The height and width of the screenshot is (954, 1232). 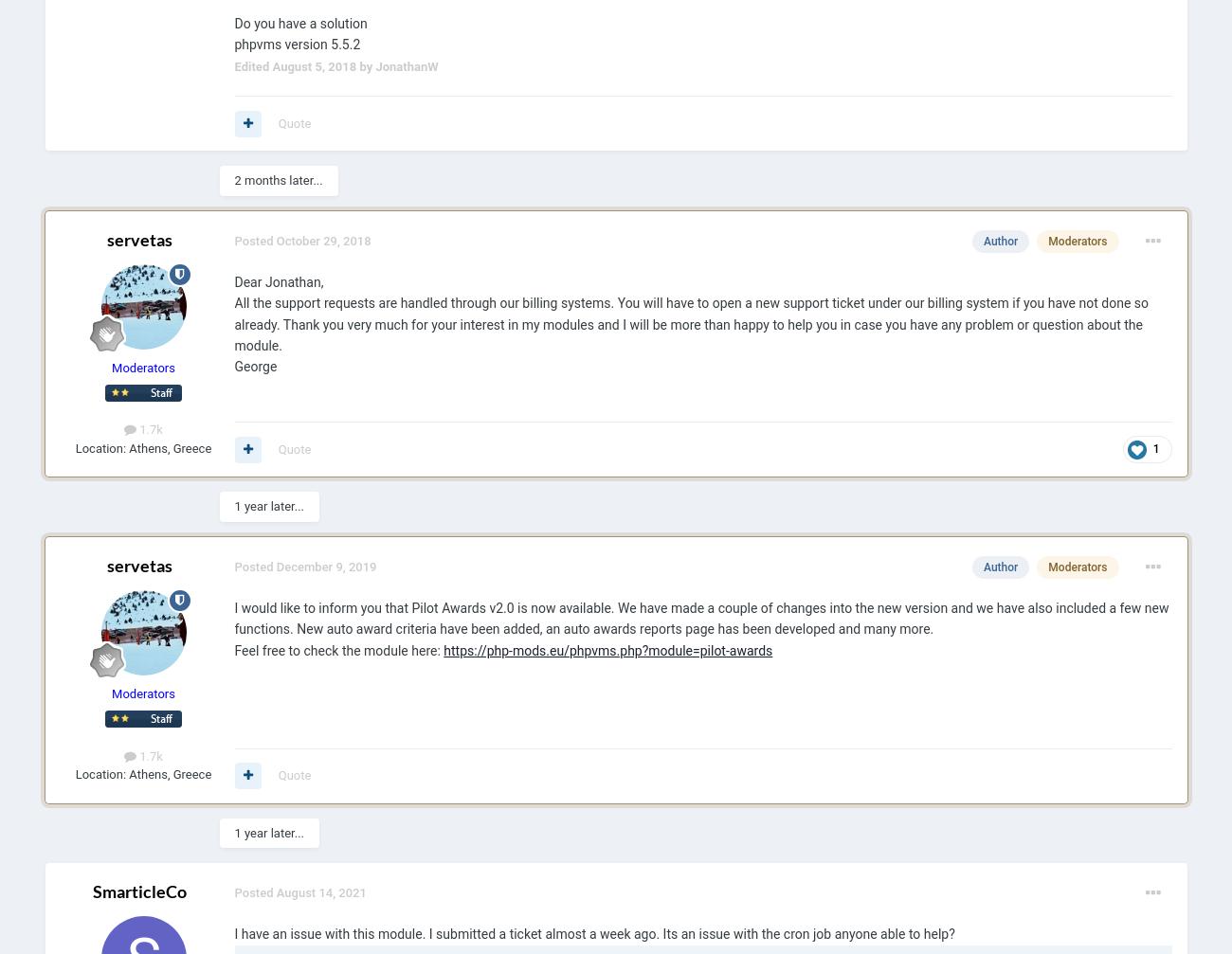 I want to click on 'All the support requests are handled through our billing systems. You will have to open a new support ticket under our billing system if you have not done so already. Thank you very much for your interest in my modules and I will be more than happy to help you in case you have any problem or question about the module.', so click(x=691, y=323).